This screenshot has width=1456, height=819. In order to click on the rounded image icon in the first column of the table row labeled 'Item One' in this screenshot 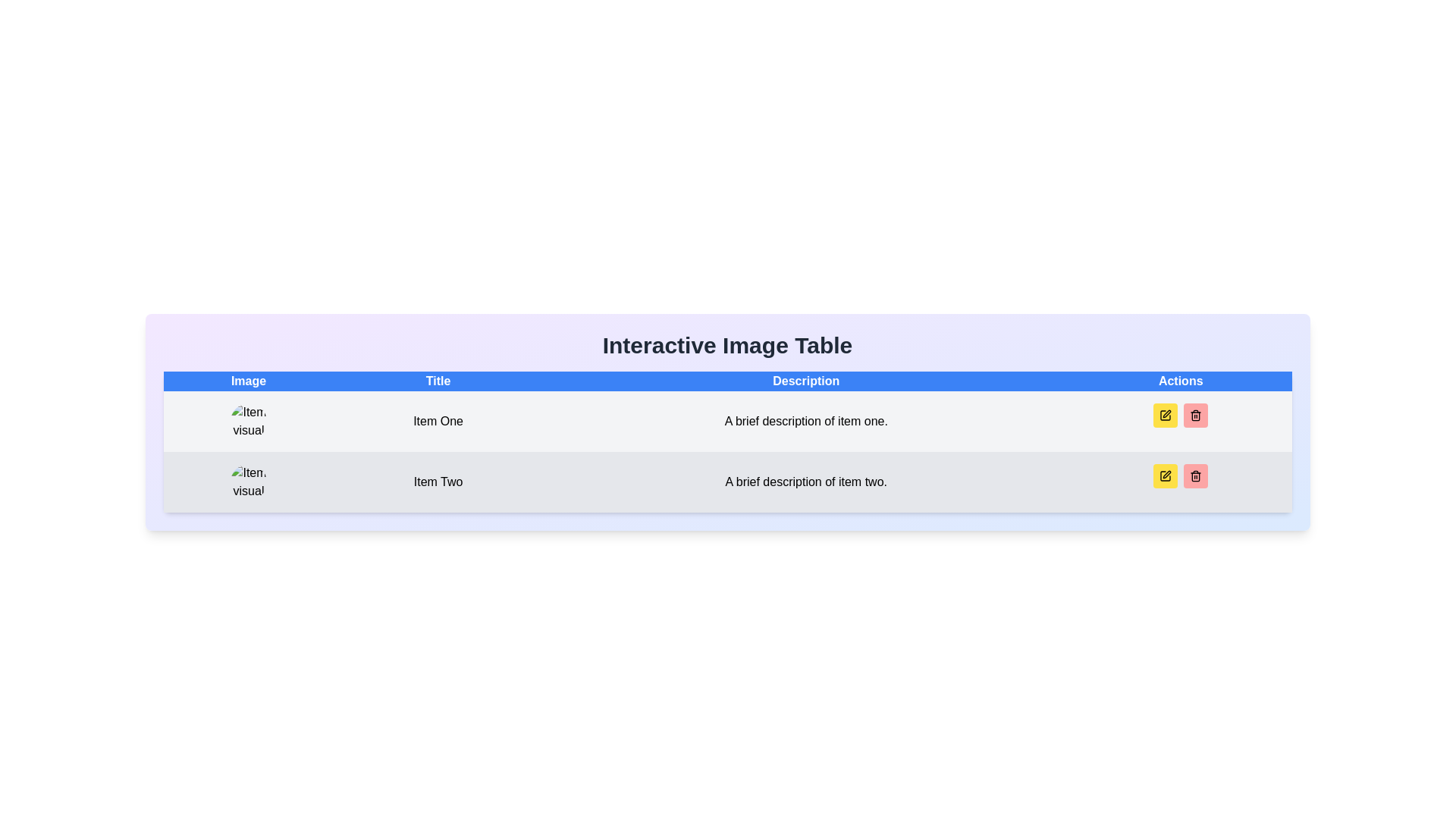, I will do `click(248, 421)`.